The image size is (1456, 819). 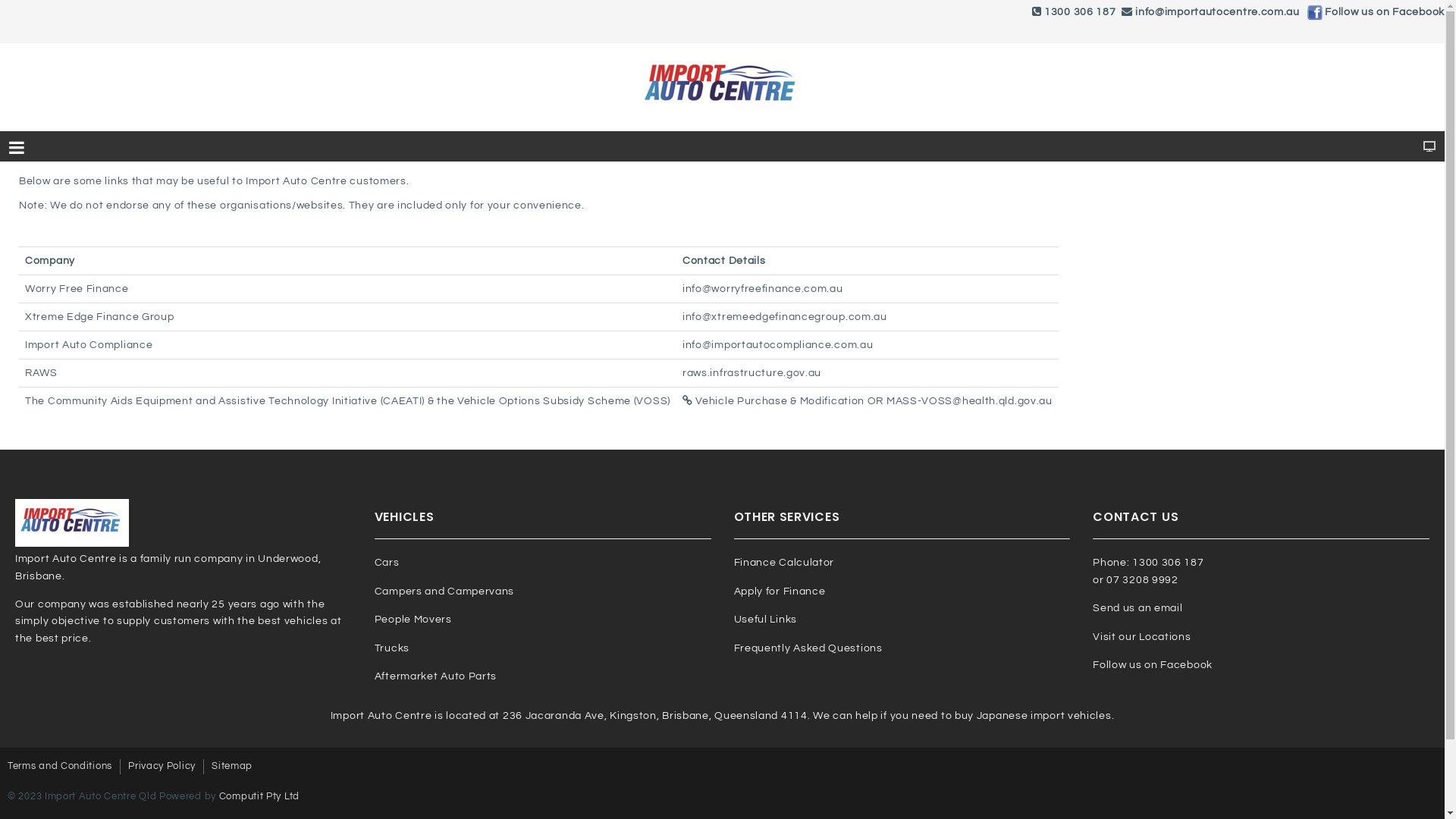 What do you see at coordinates (162, 766) in the screenshot?
I see `'Privacy Policy'` at bounding box center [162, 766].